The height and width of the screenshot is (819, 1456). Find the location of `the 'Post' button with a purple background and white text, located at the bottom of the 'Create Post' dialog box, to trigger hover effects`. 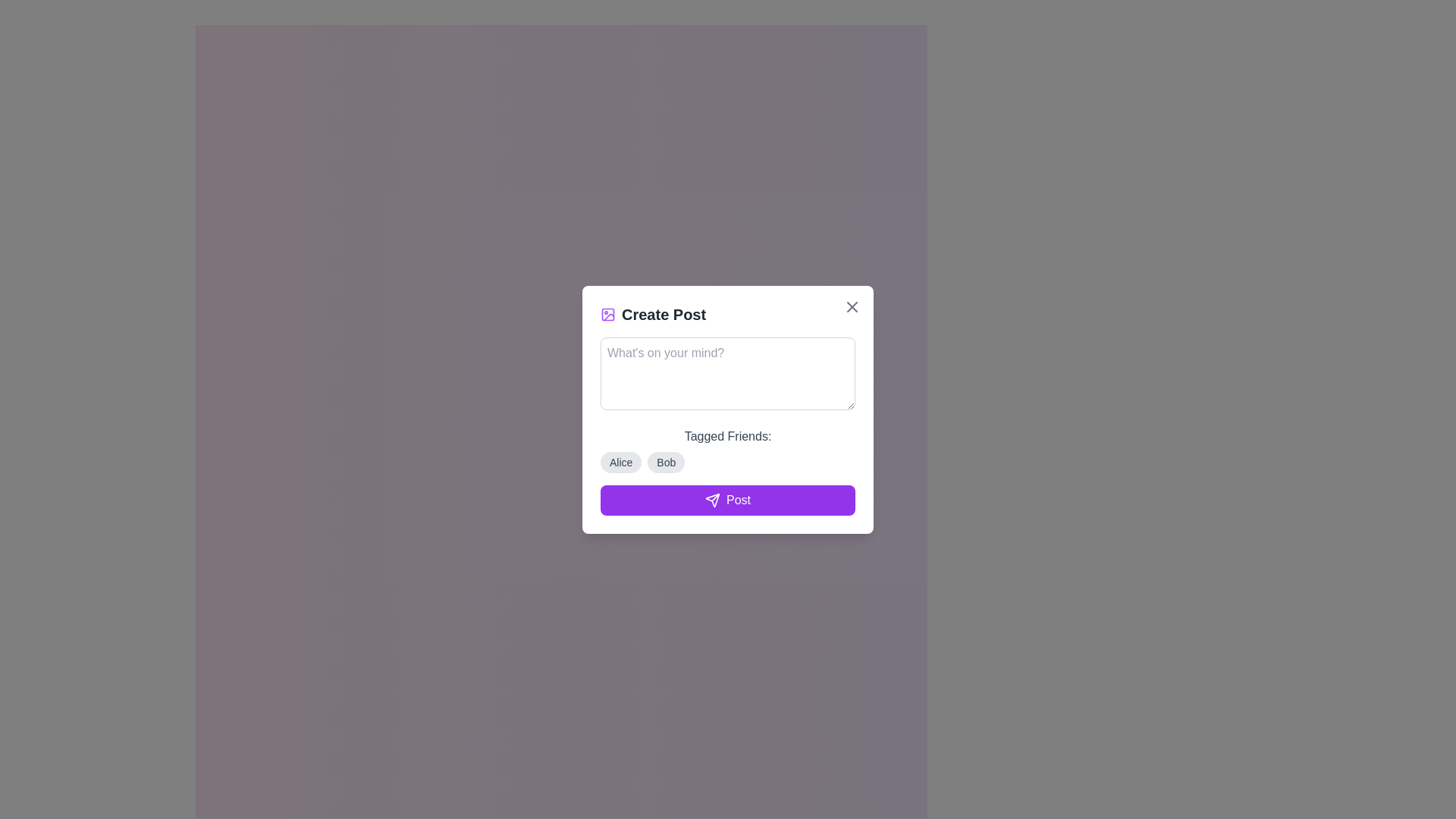

the 'Post' button with a purple background and white text, located at the bottom of the 'Create Post' dialog box, to trigger hover effects is located at coordinates (728, 500).